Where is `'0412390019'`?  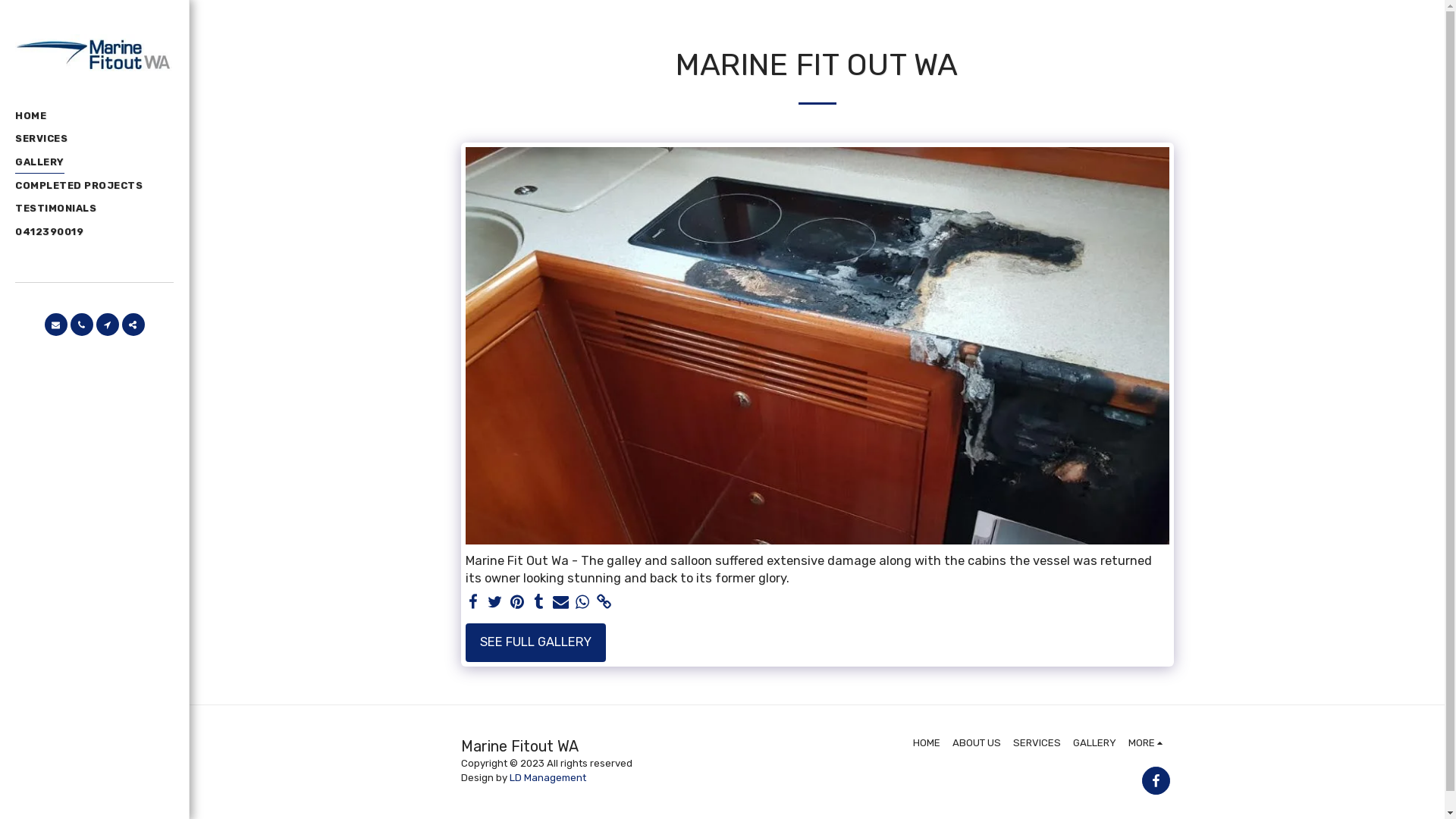 '0412390019' is located at coordinates (14, 231).